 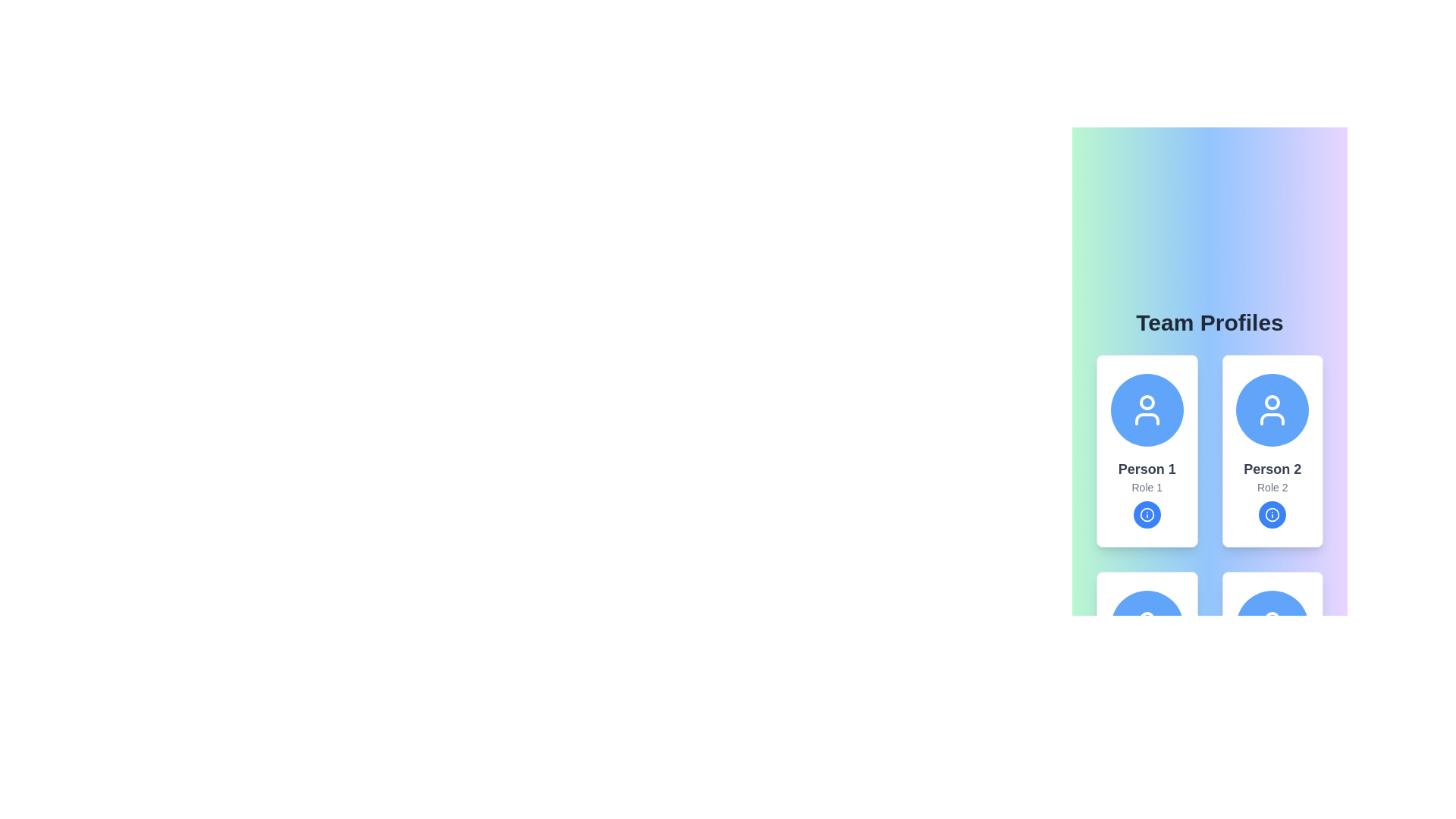 What do you see at coordinates (1147, 409) in the screenshot?
I see `the profile icon representing 'Person 1 Role 1', located at the top-center of the card, which is the first item in the grid layout` at bounding box center [1147, 409].